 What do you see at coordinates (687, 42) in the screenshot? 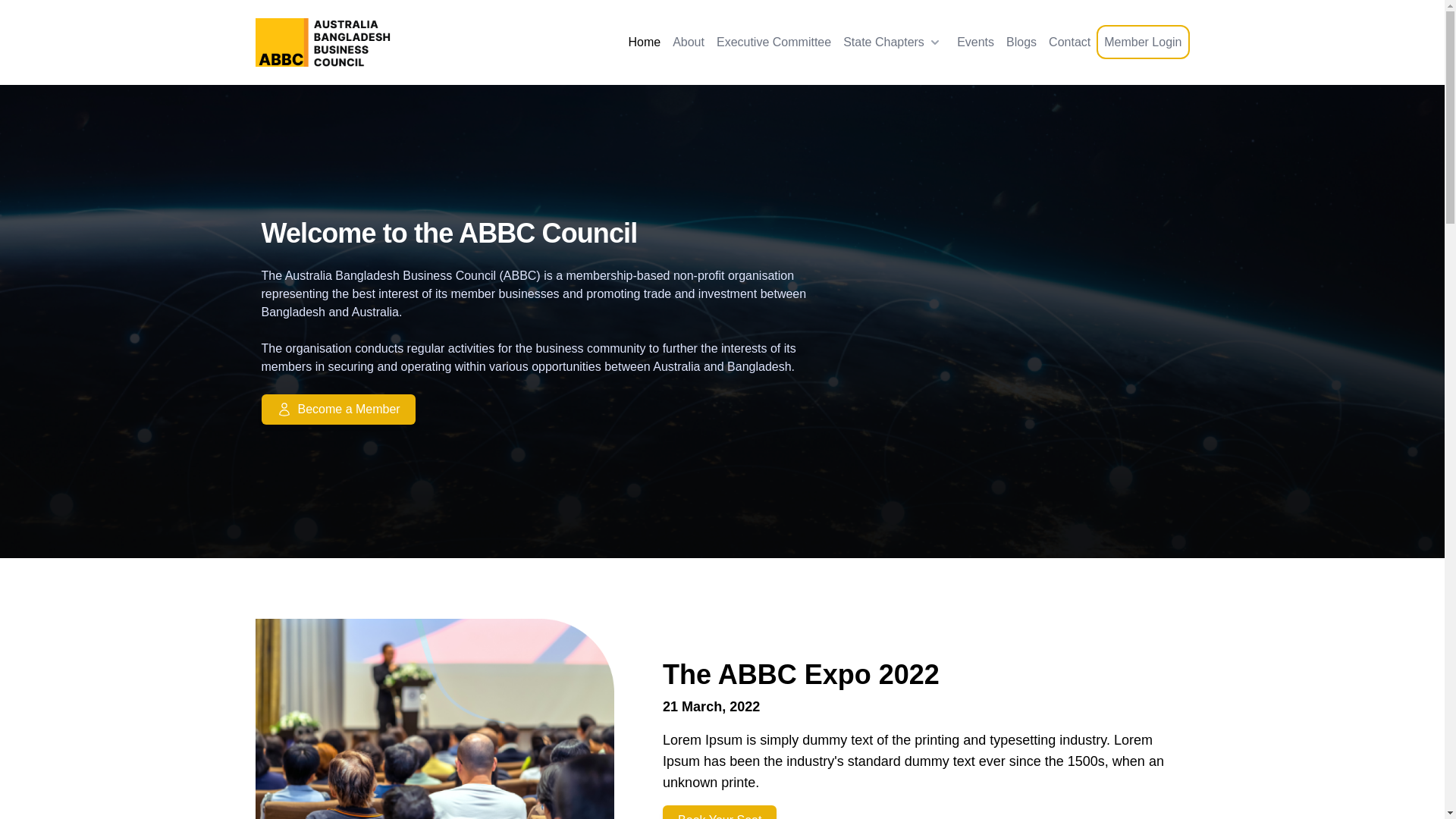
I see `'About'` at bounding box center [687, 42].